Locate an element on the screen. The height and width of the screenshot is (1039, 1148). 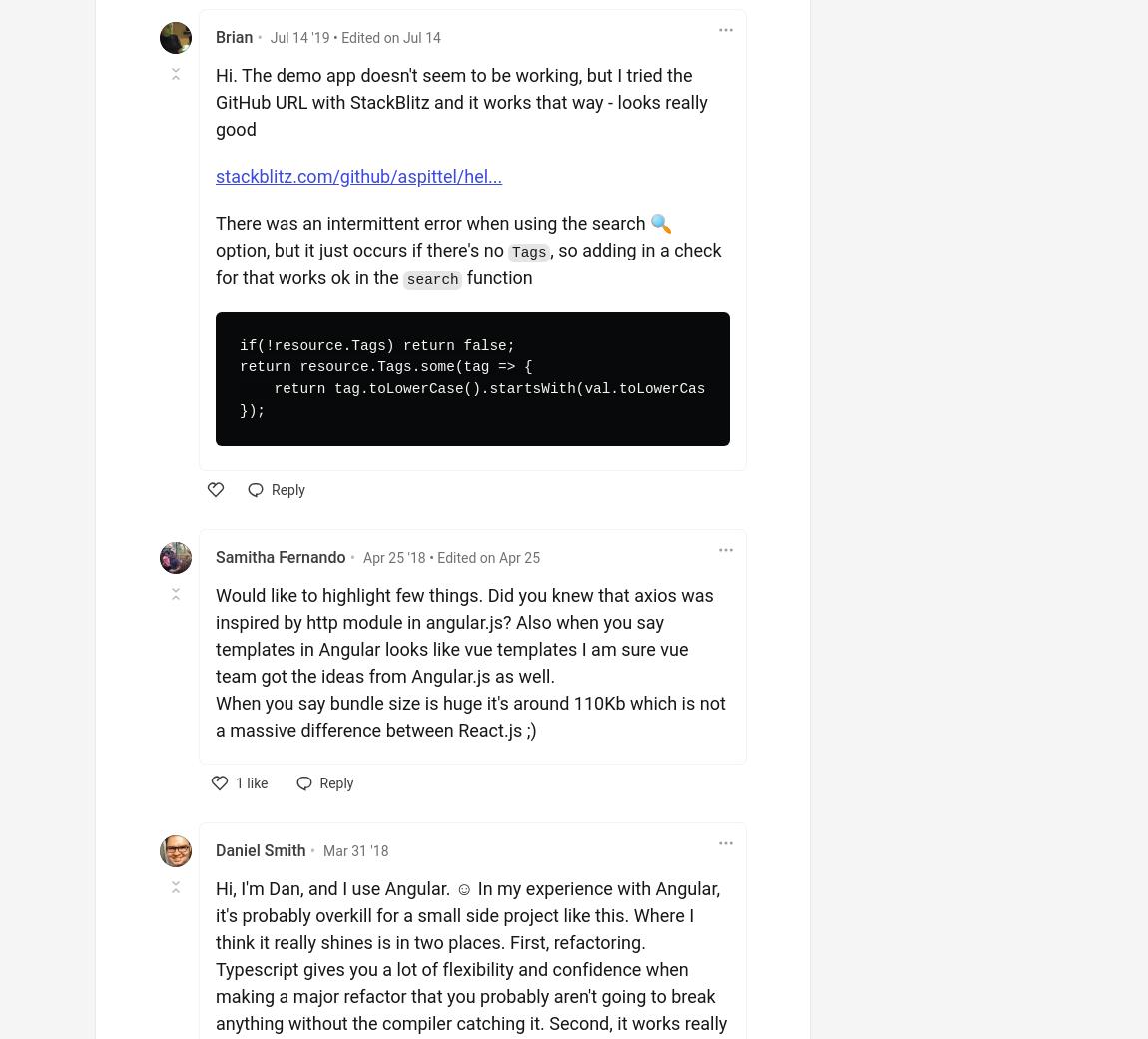
'stackblitz.com/github/aspittel/hel...' is located at coordinates (358, 176).